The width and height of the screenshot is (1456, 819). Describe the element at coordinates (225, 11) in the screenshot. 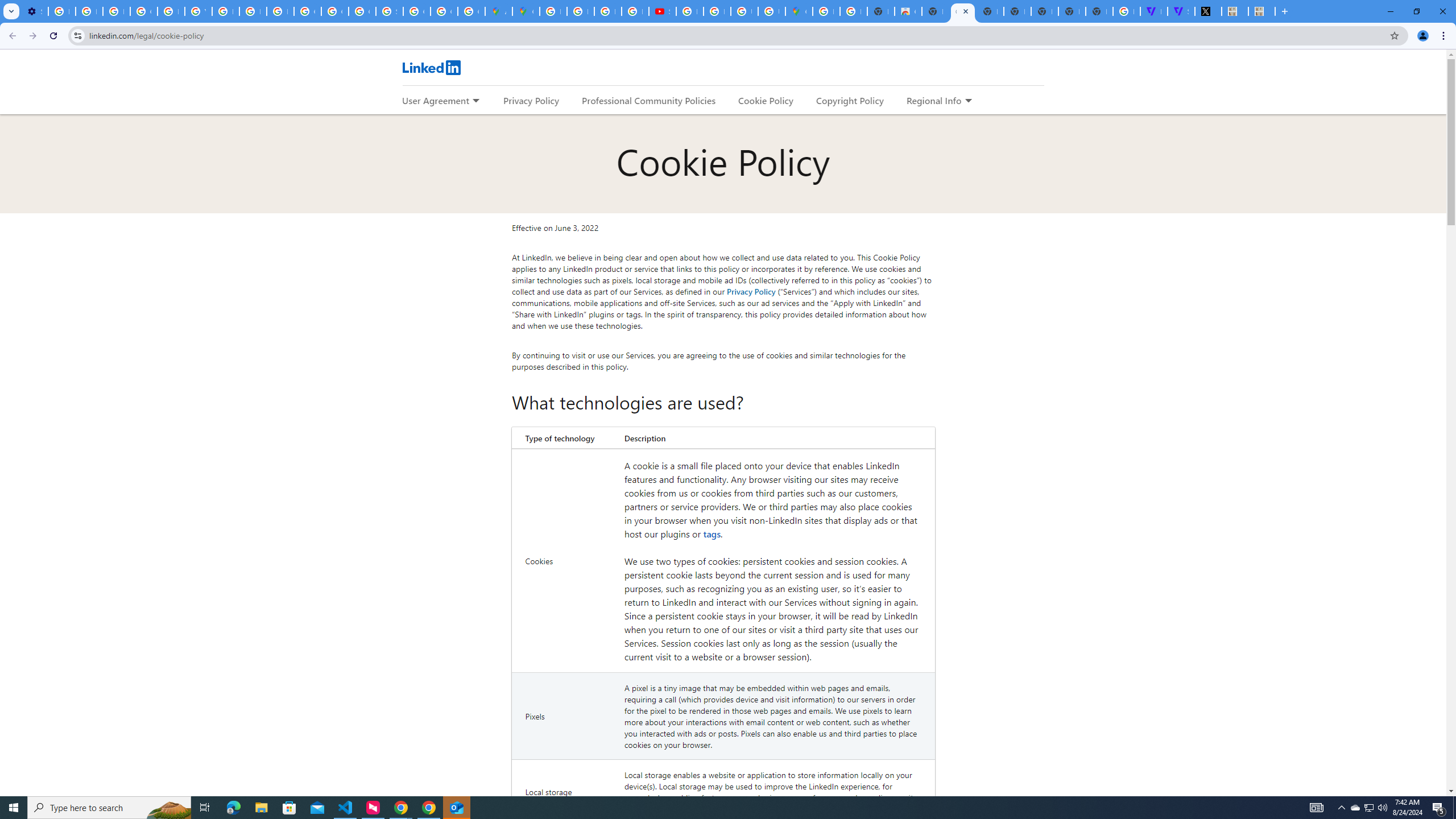

I see `'https://scholar.google.com/'` at that location.